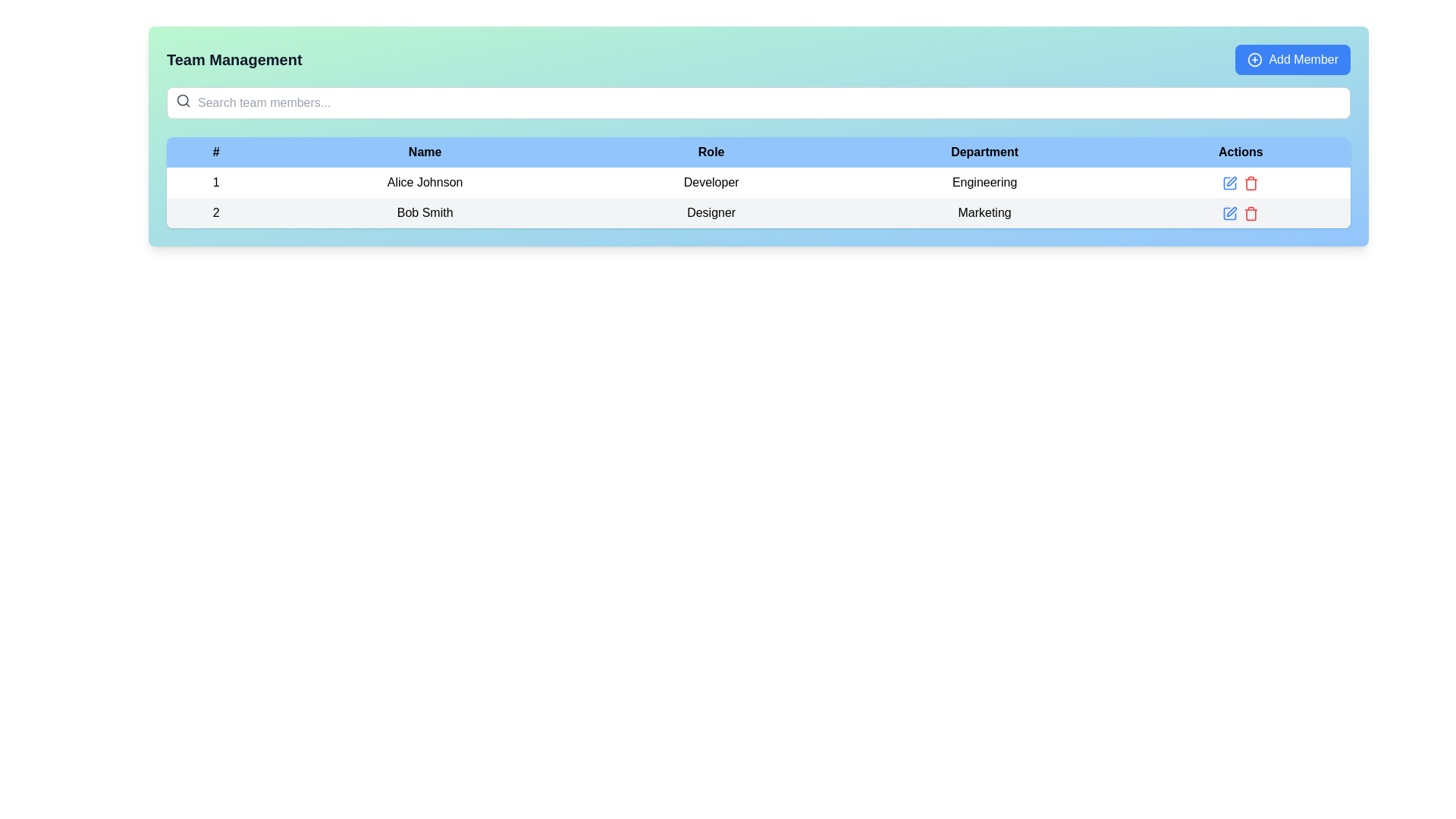 This screenshot has height=819, width=1456. What do you see at coordinates (425, 213) in the screenshot?
I see `the Text label displaying the name 'Bob Smith' in the second row of the table under the 'Name' column` at bounding box center [425, 213].